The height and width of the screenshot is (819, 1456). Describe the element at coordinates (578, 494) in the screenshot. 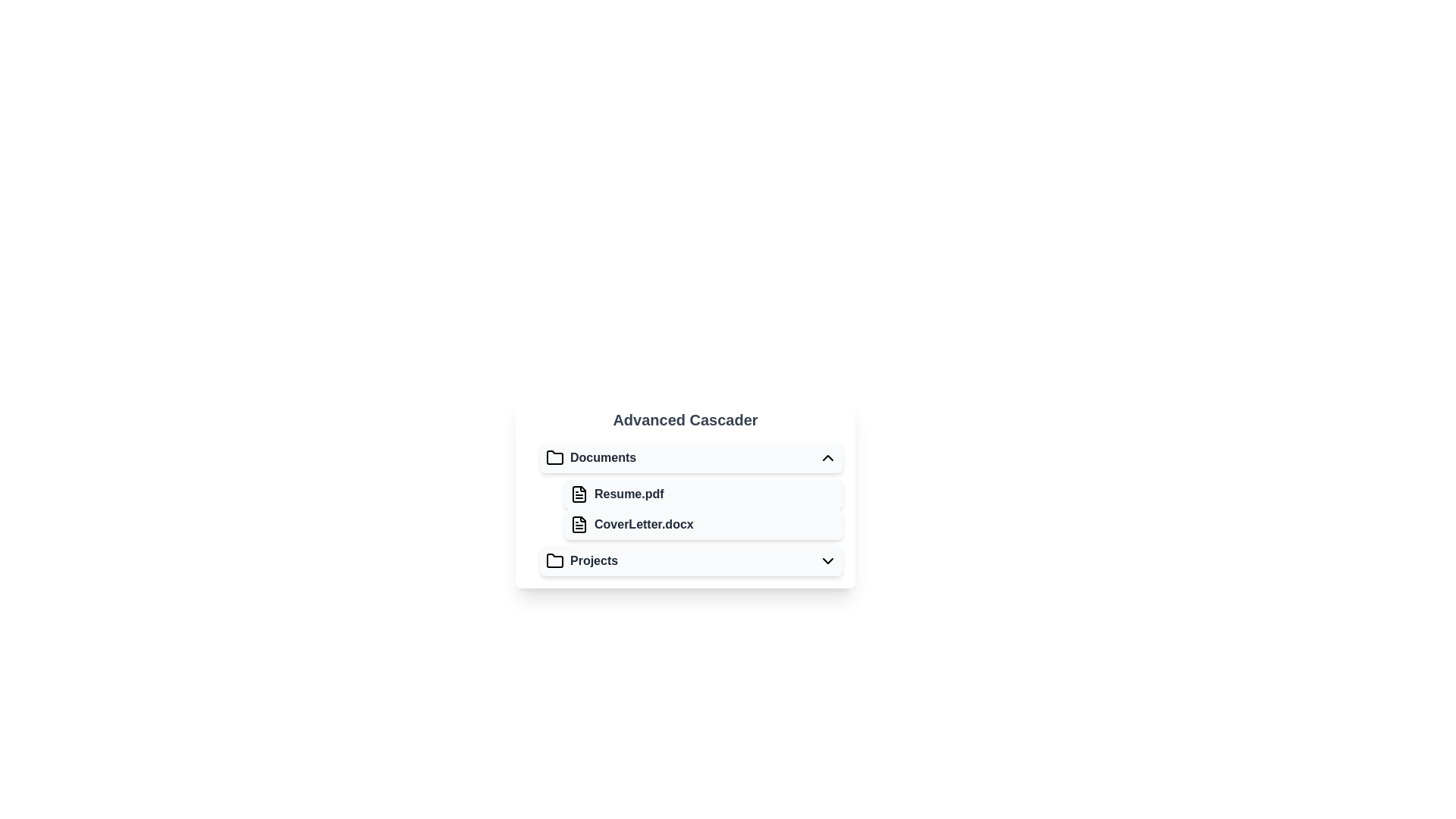

I see `the SVG icon that signifies a document file, which is located adjacent to the label 'Resume.pdf'` at that location.